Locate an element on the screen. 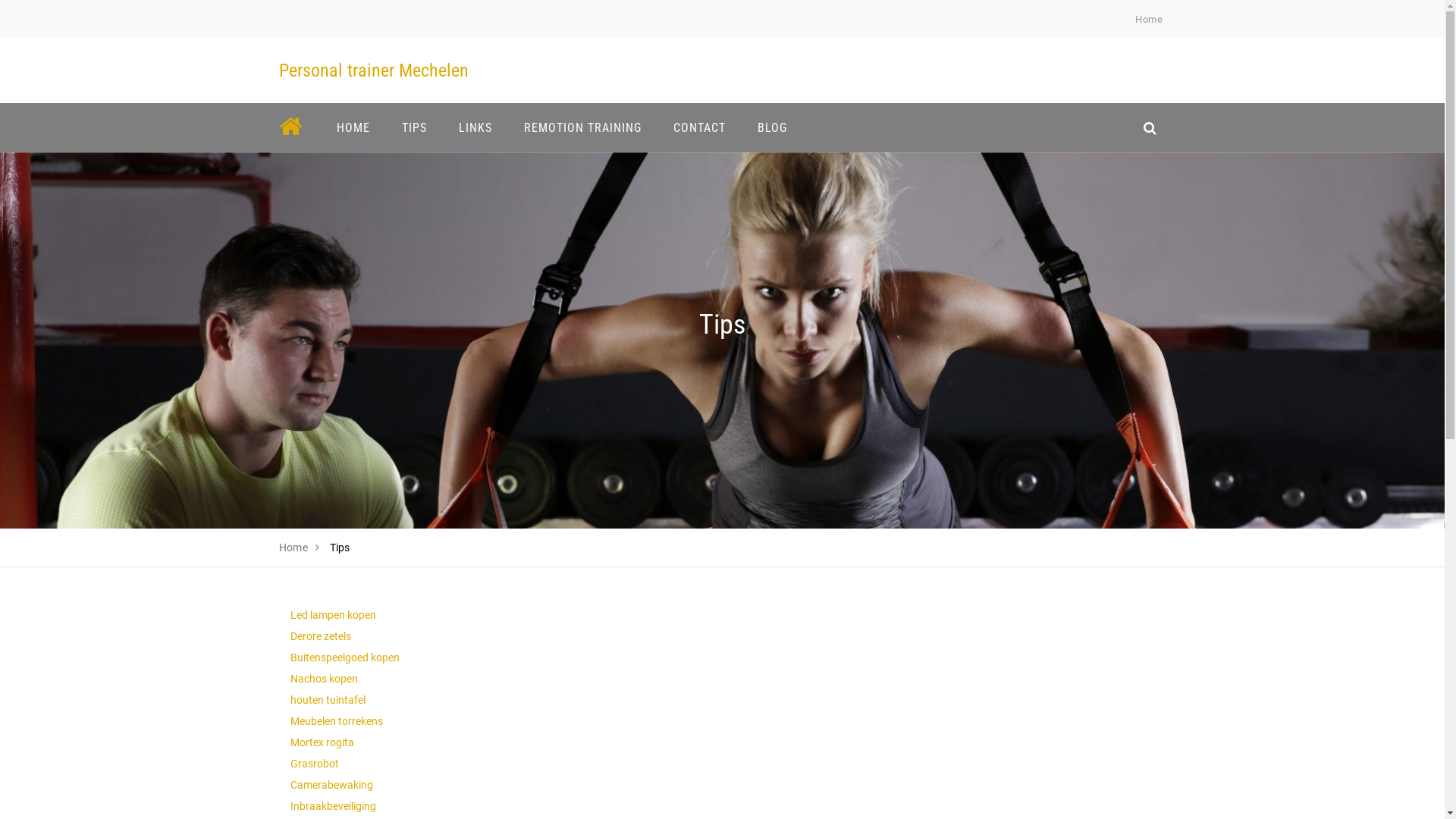 This screenshot has height=819, width=1456. 'BLOG' is located at coordinates (772, 127).